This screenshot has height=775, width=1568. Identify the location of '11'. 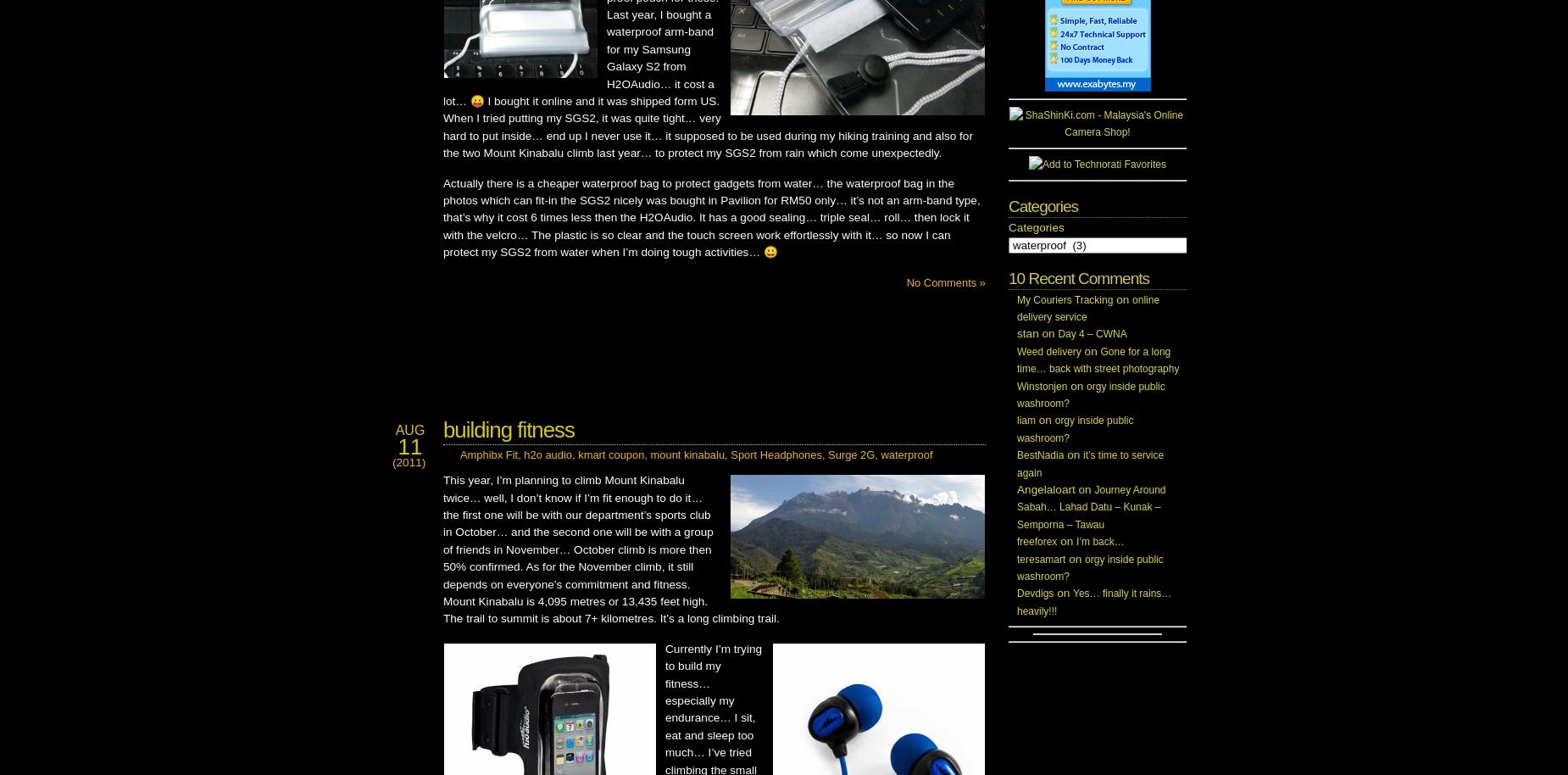
(409, 446).